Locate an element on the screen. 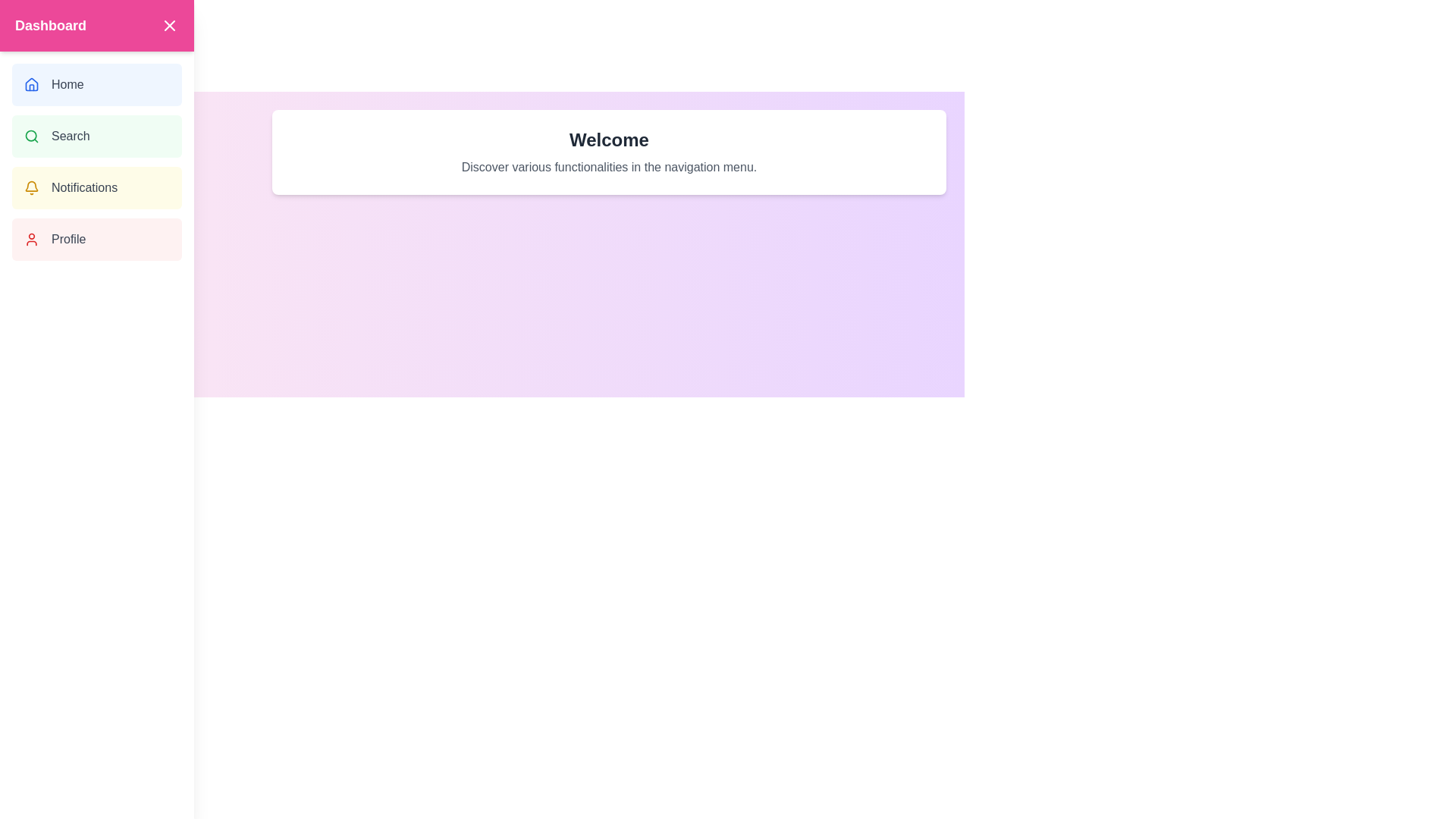 This screenshot has height=819, width=1456. the 'Home' text label in gray font color, which is part of the first menu item in the vertical navigation bar, located to the right of the blue house icon is located at coordinates (67, 84).